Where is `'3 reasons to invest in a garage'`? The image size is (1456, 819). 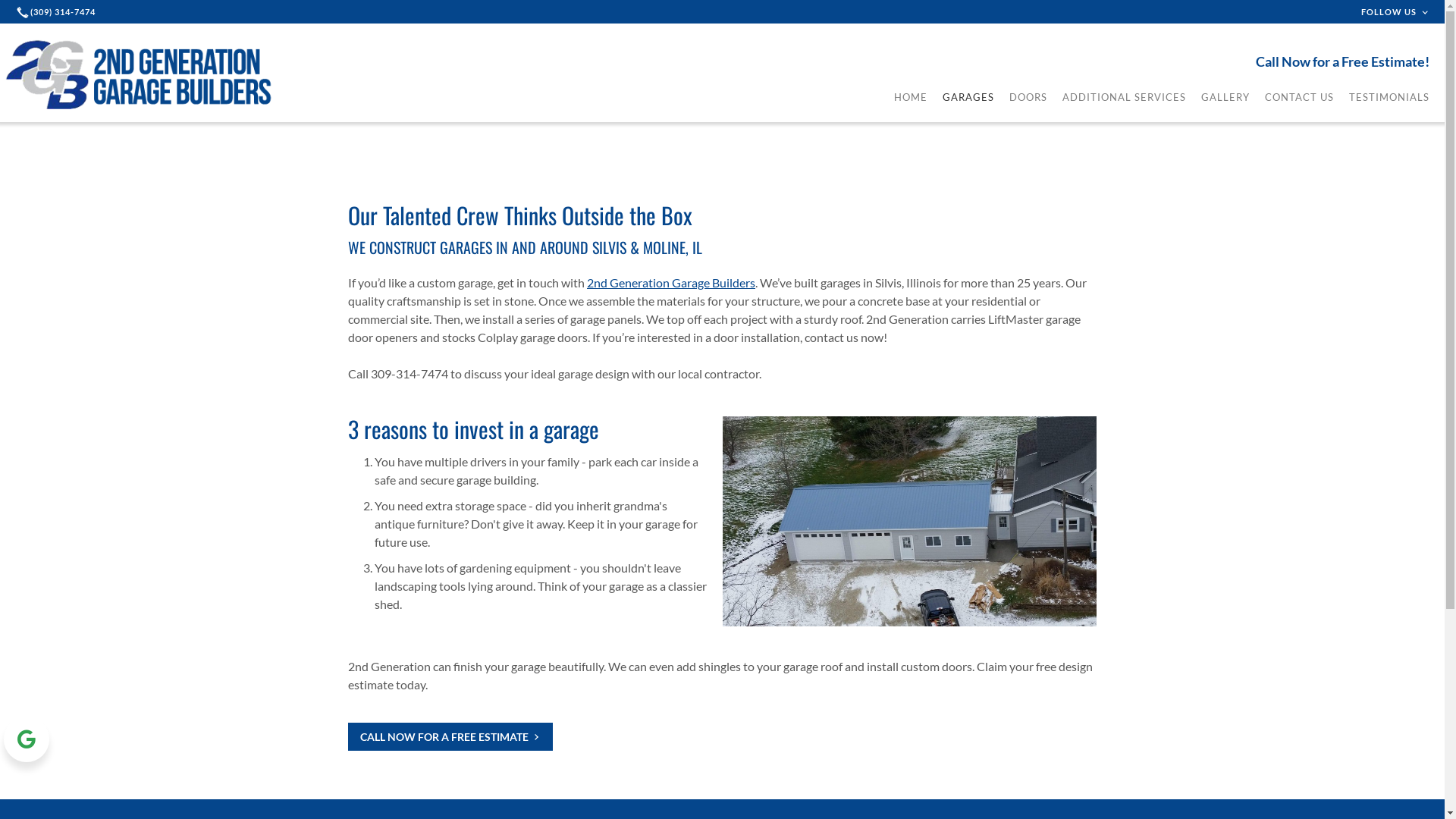
'3 reasons to invest in a garage' is located at coordinates (472, 428).